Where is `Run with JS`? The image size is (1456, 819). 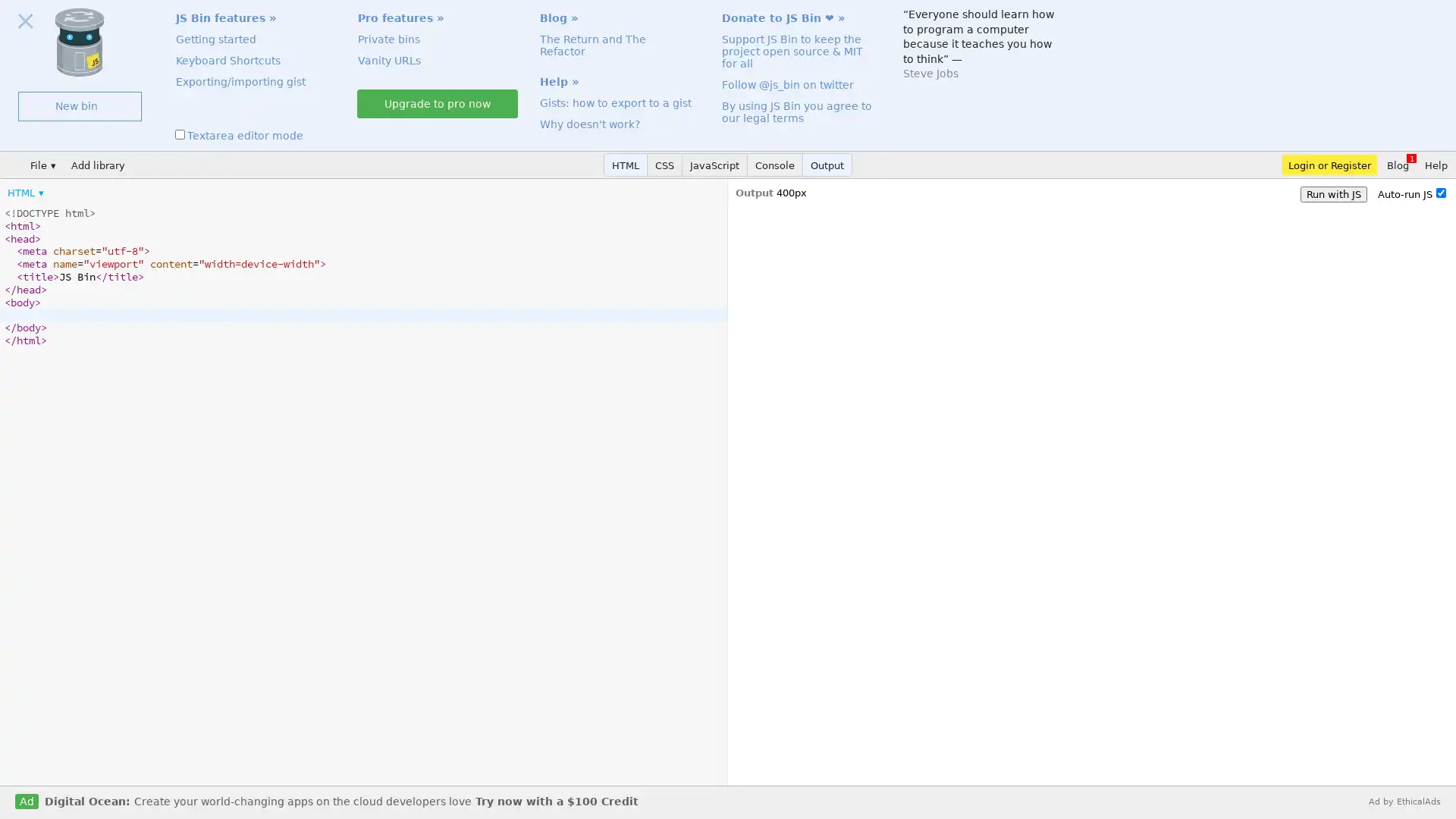
Run with JS is located at coordinates (1332, 193).